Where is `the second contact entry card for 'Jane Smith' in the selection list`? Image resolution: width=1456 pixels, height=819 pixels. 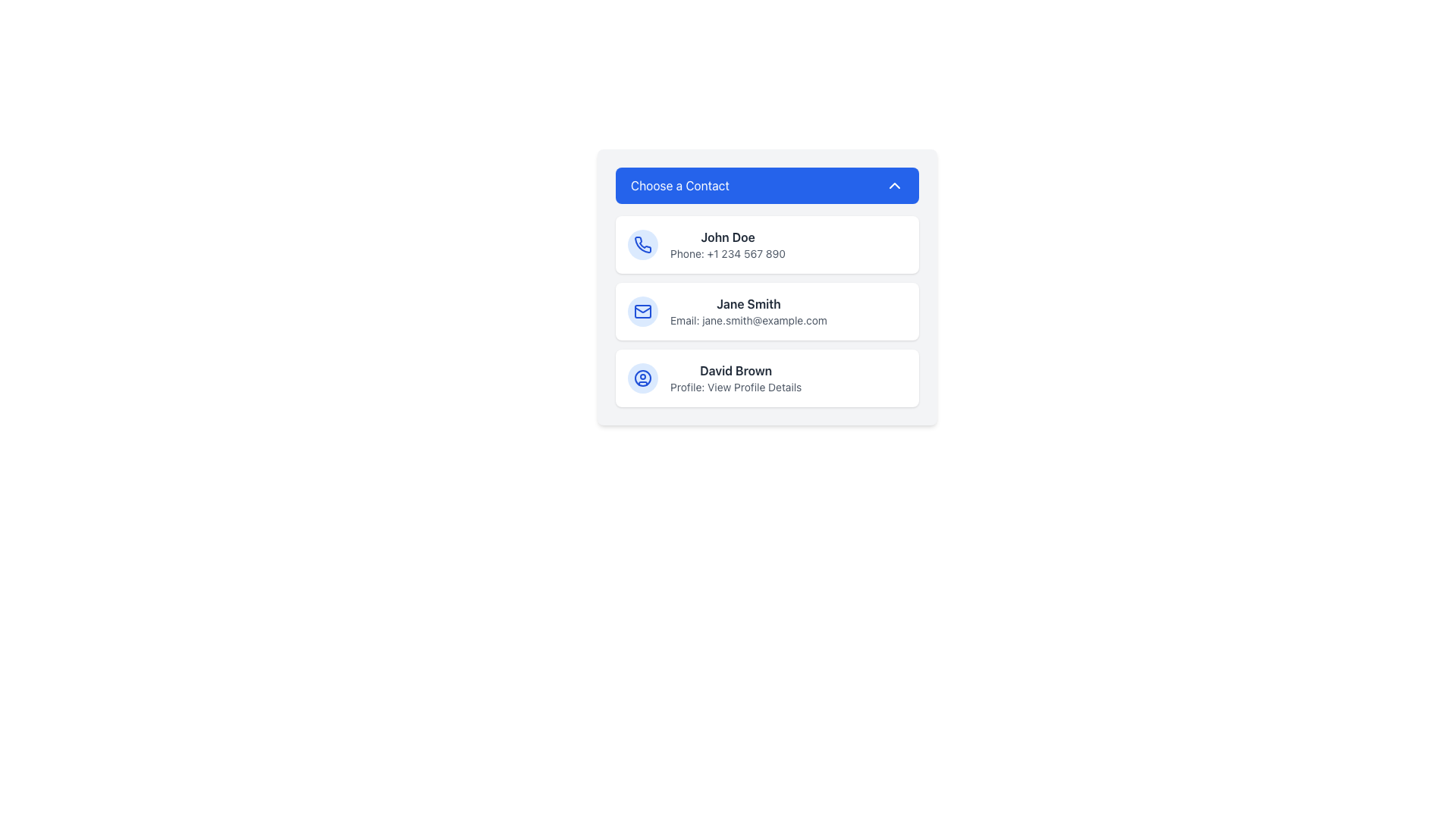 the second contact entry card for 'Jane Smith' in the selection list is located at coordinates (767, 287).